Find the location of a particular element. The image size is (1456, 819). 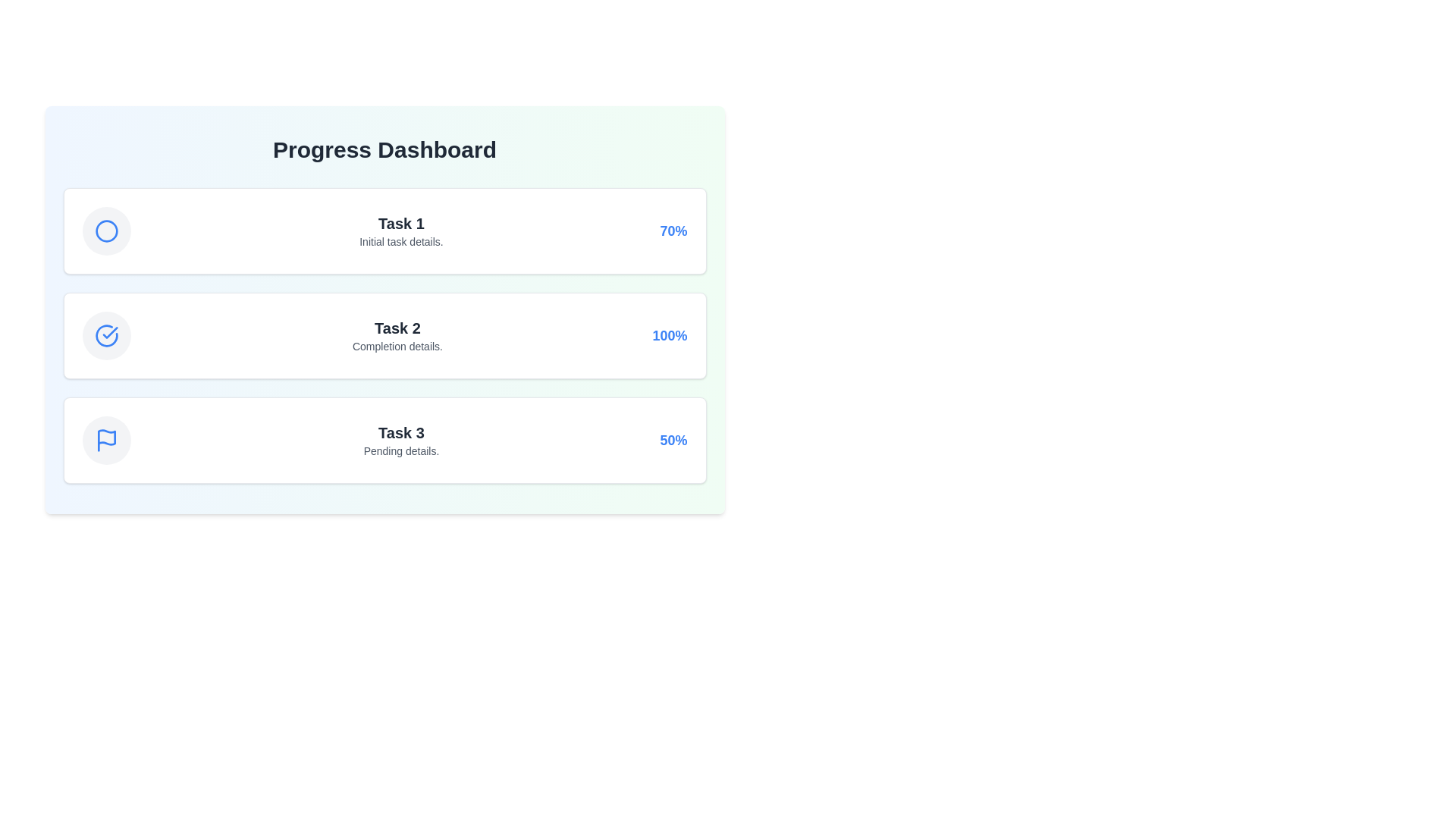

text of the Text block displaying title 'Task 2' and subtitle 'Completion details.' which is styled in bold and lighter font, located in the middle of three task containers is located at coordinates (397, 335).